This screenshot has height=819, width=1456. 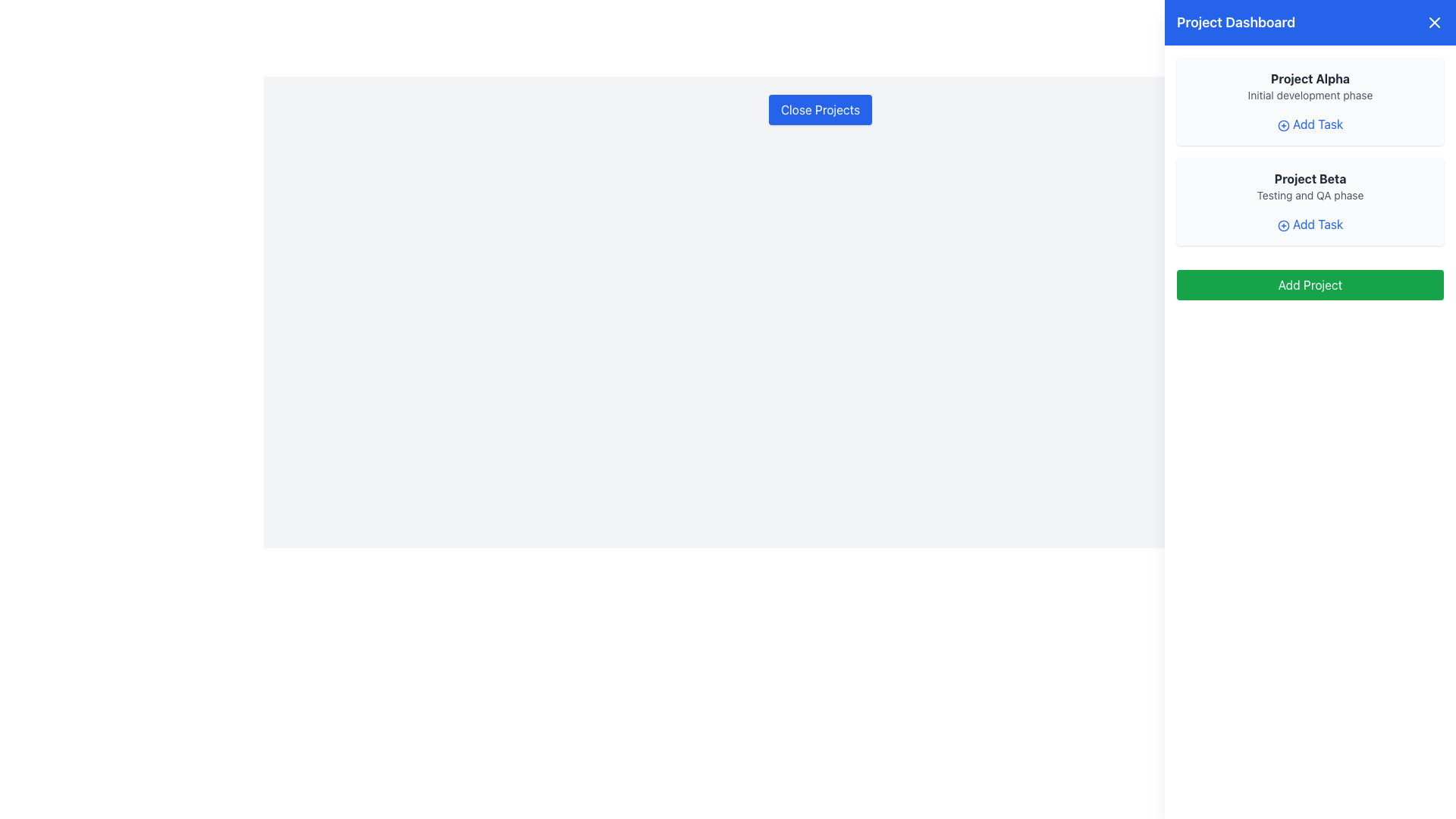 I want to click on the 'Add Task' clickable link/text with icon located below 'Testing and QA phase' in the 'Project Beta' card to underline the text, so click(x=1310, y=224).